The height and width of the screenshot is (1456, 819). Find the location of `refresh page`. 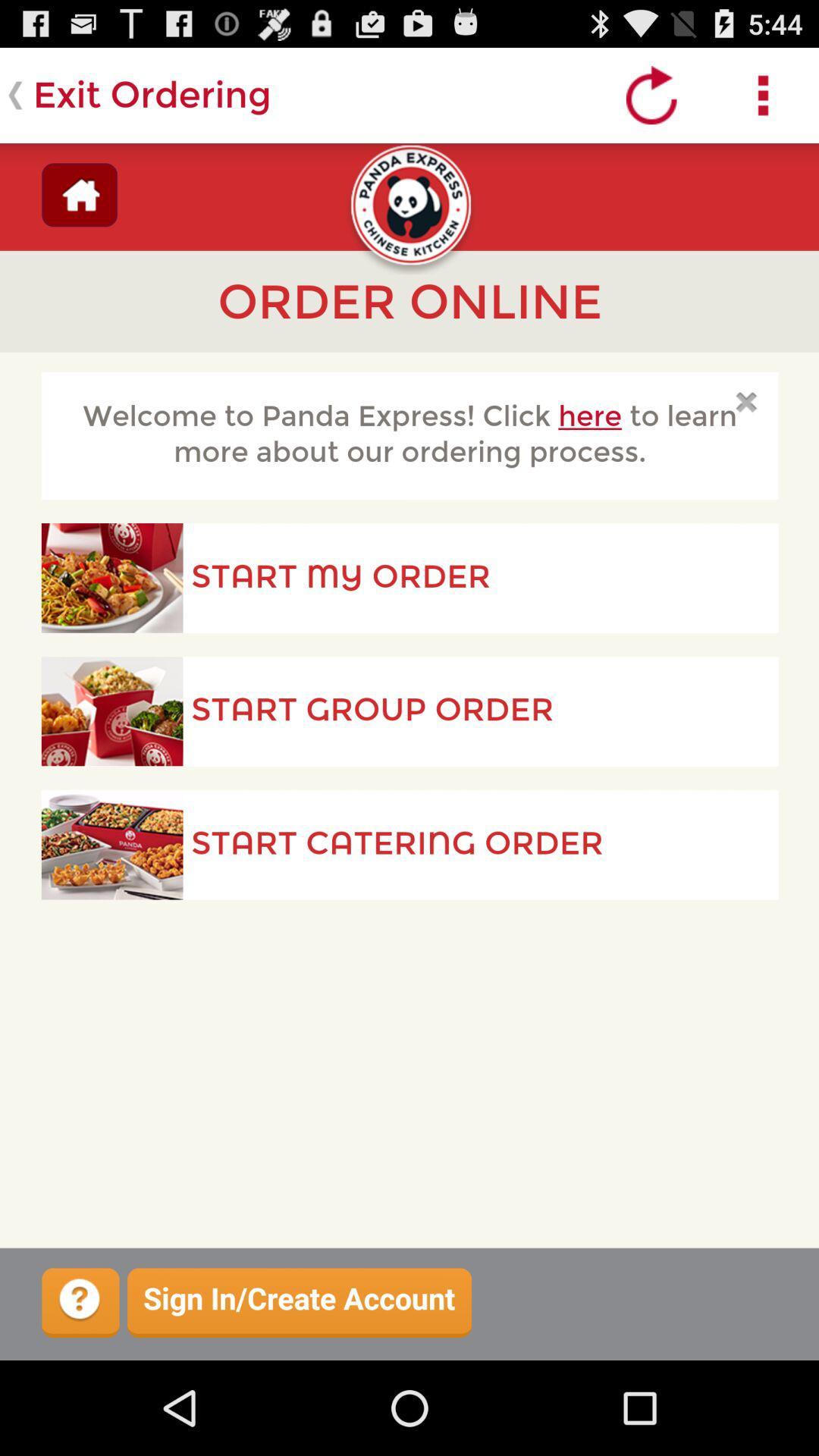

refresh page is located at coordinates (651, 94).